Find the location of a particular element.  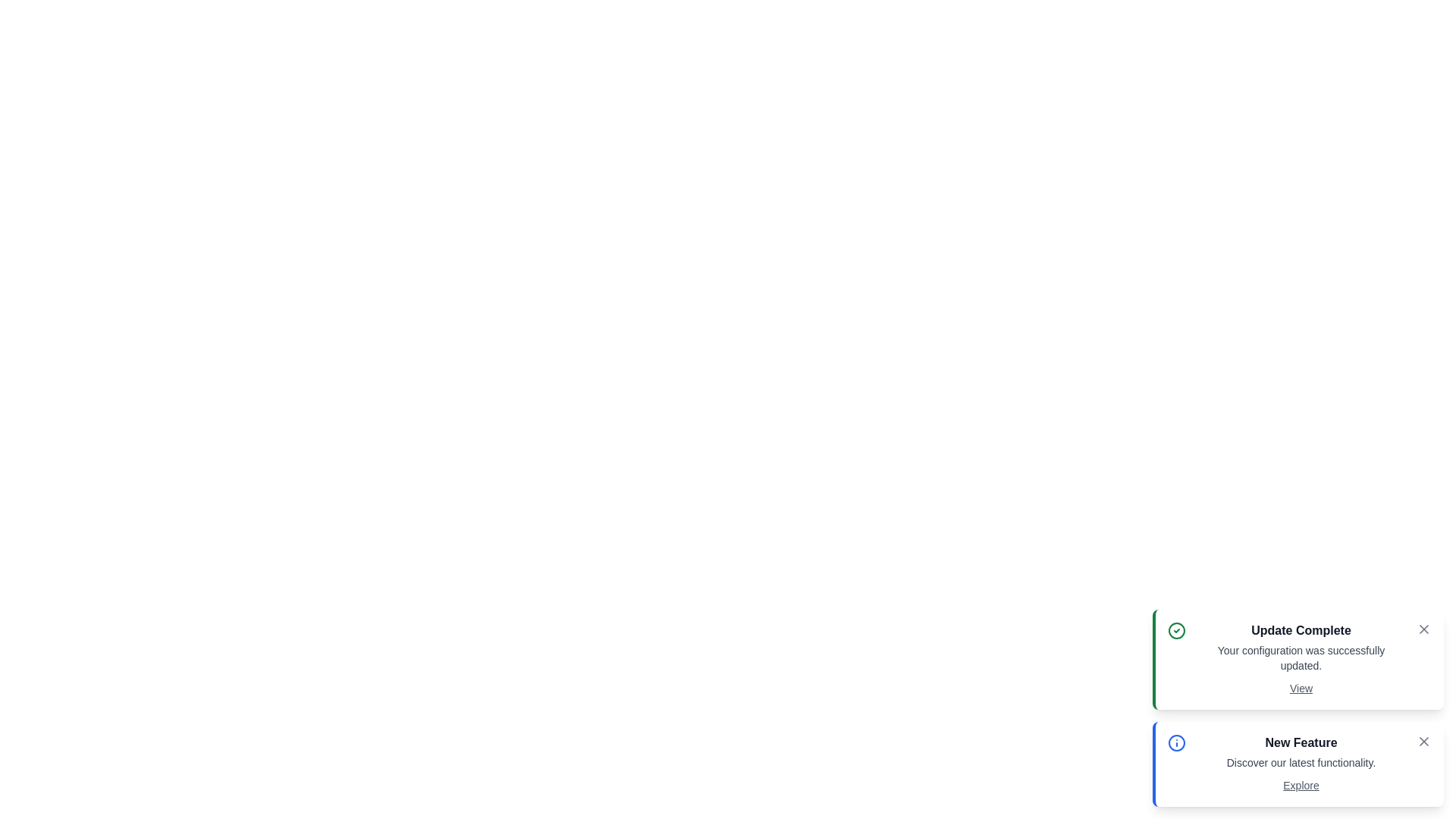

the action link View in the notification bar is located at coordinates (1301, 688).